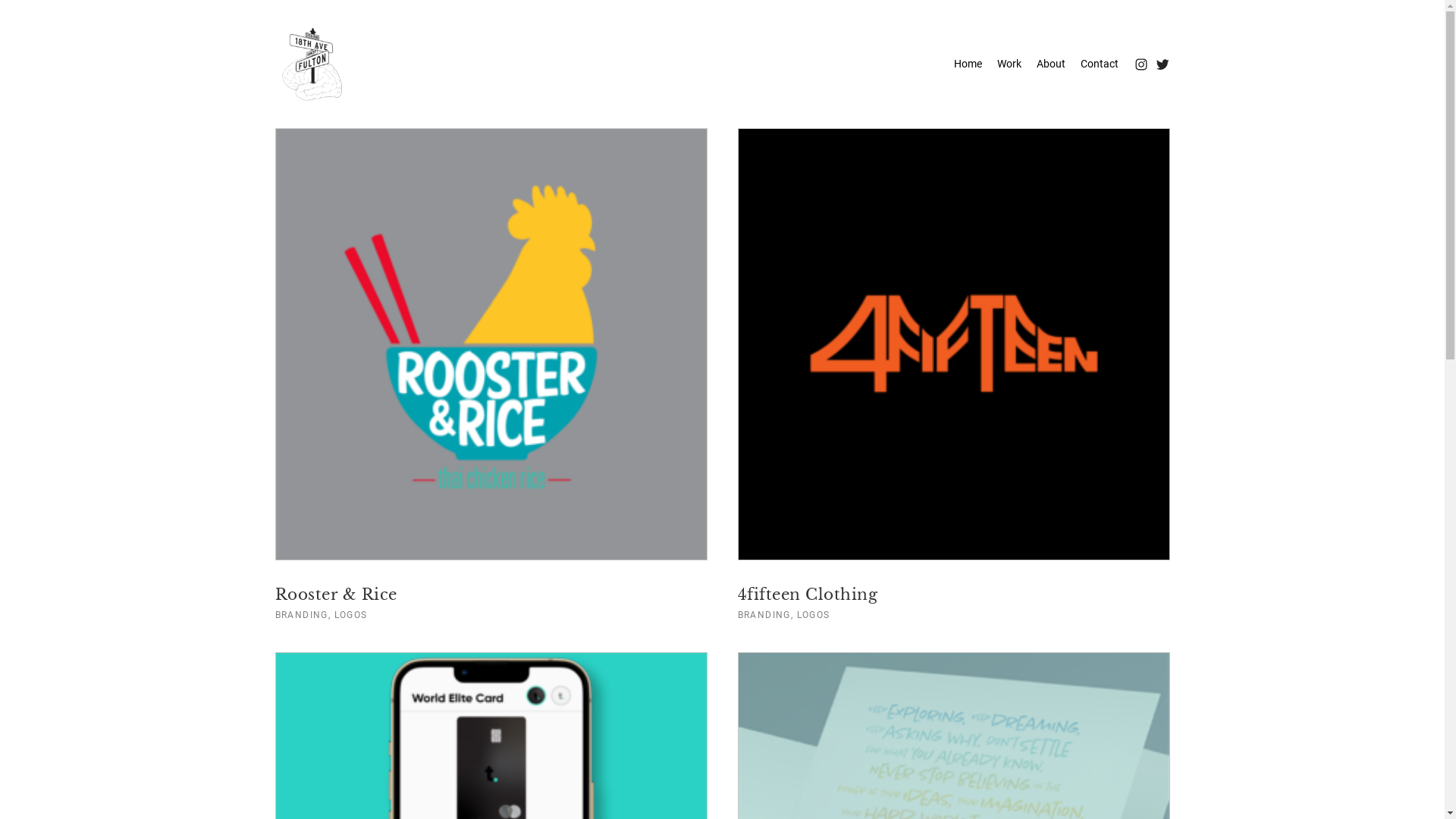 The width and height of the screenshot is (1456, 819). What do you see at coordinates (813, 614) in the screenshot?
I see `'LOGOS'` at bounding box center [813, 614].